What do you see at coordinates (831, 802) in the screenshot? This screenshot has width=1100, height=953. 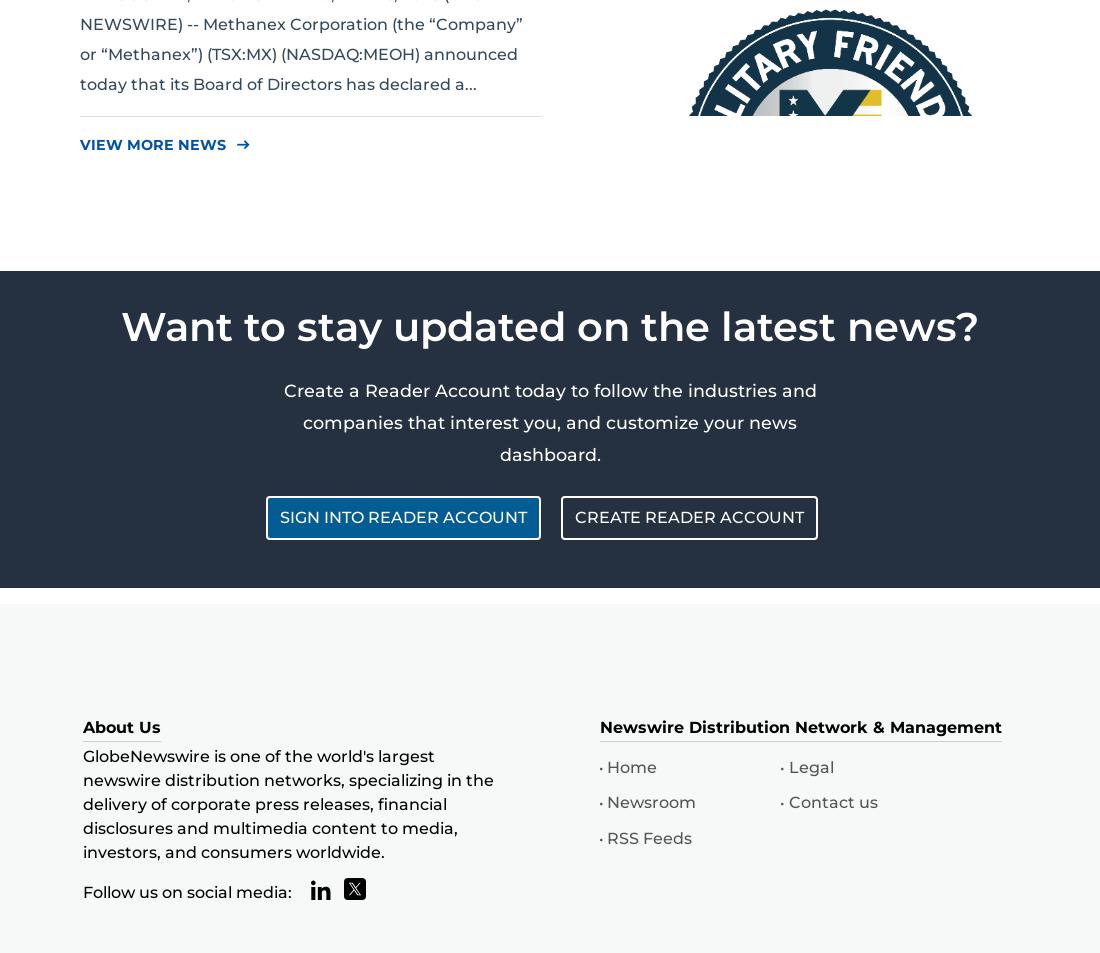 I see `'Contact us'` at bounding box center [831, 802].